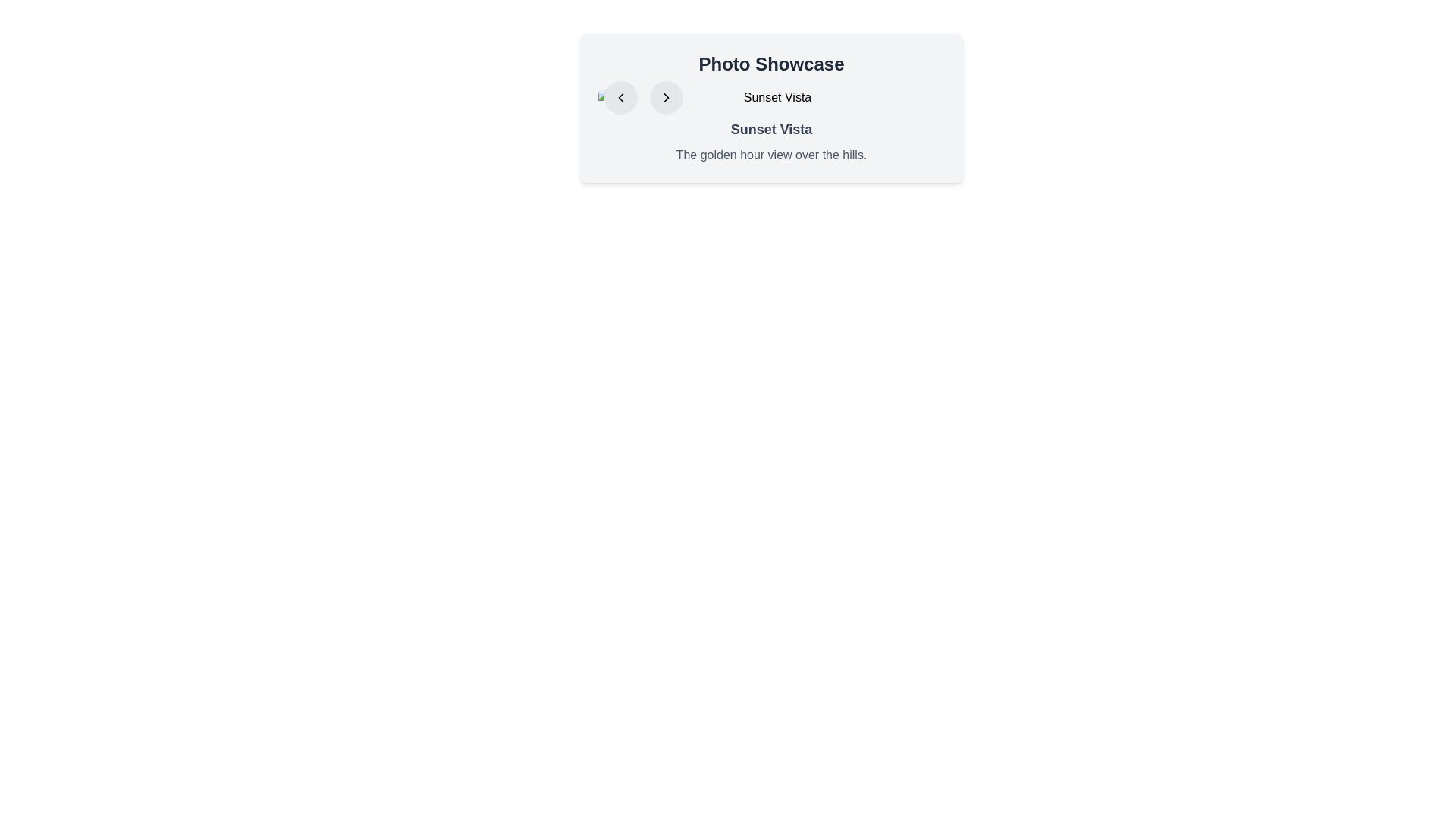 The width and height of the screenshot is (1456, 819). What do you see at coordinates (666, 97) in the screenshot?
I see `the round, light-gray button featuring a chevron-right arrow icon located on the right side of the navigation icons in the 'Photo Showcase' section` at bounding box center [666, 97].